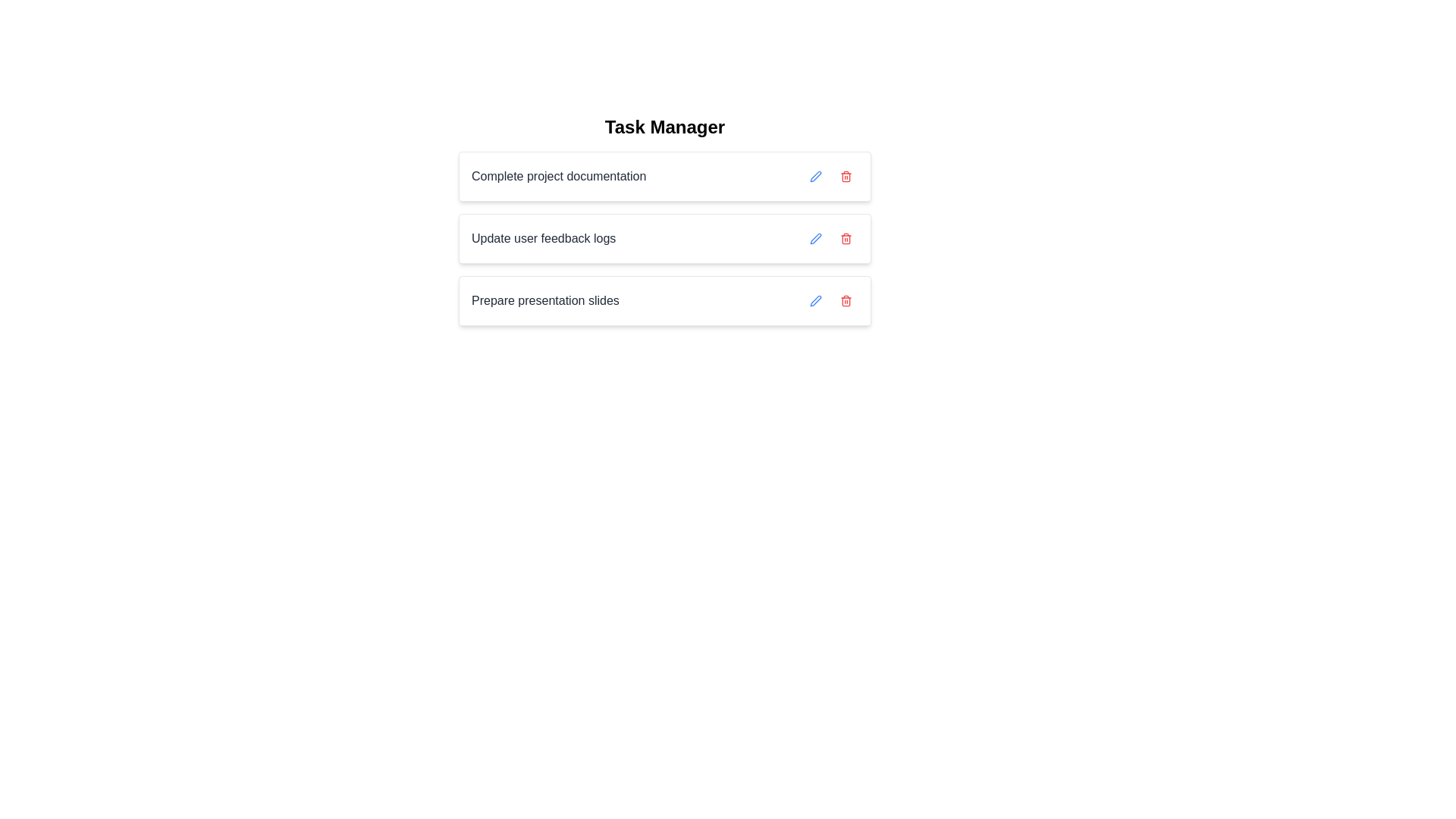 The width and height of the screenshot is (1456, 819). What do you see at coordinates (846, 301) in the screenshot?
I see `the red trash icon button representing a delete action, located to the far right of the 'Update user feedback logs' list item` at bounding box center [846, 301].